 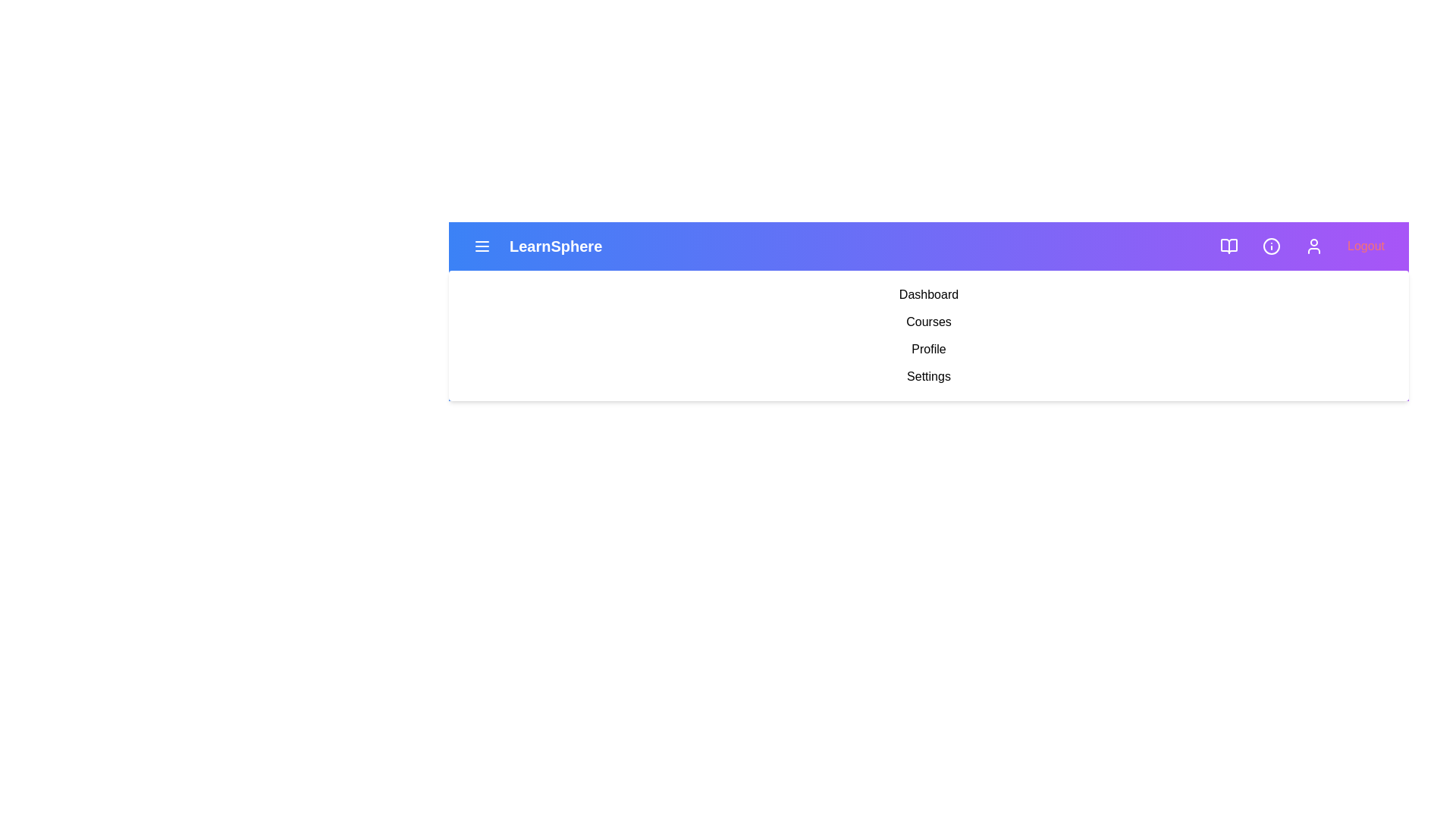 I want to click on the header text 'LearnSphere', so click(x=555, y=245).